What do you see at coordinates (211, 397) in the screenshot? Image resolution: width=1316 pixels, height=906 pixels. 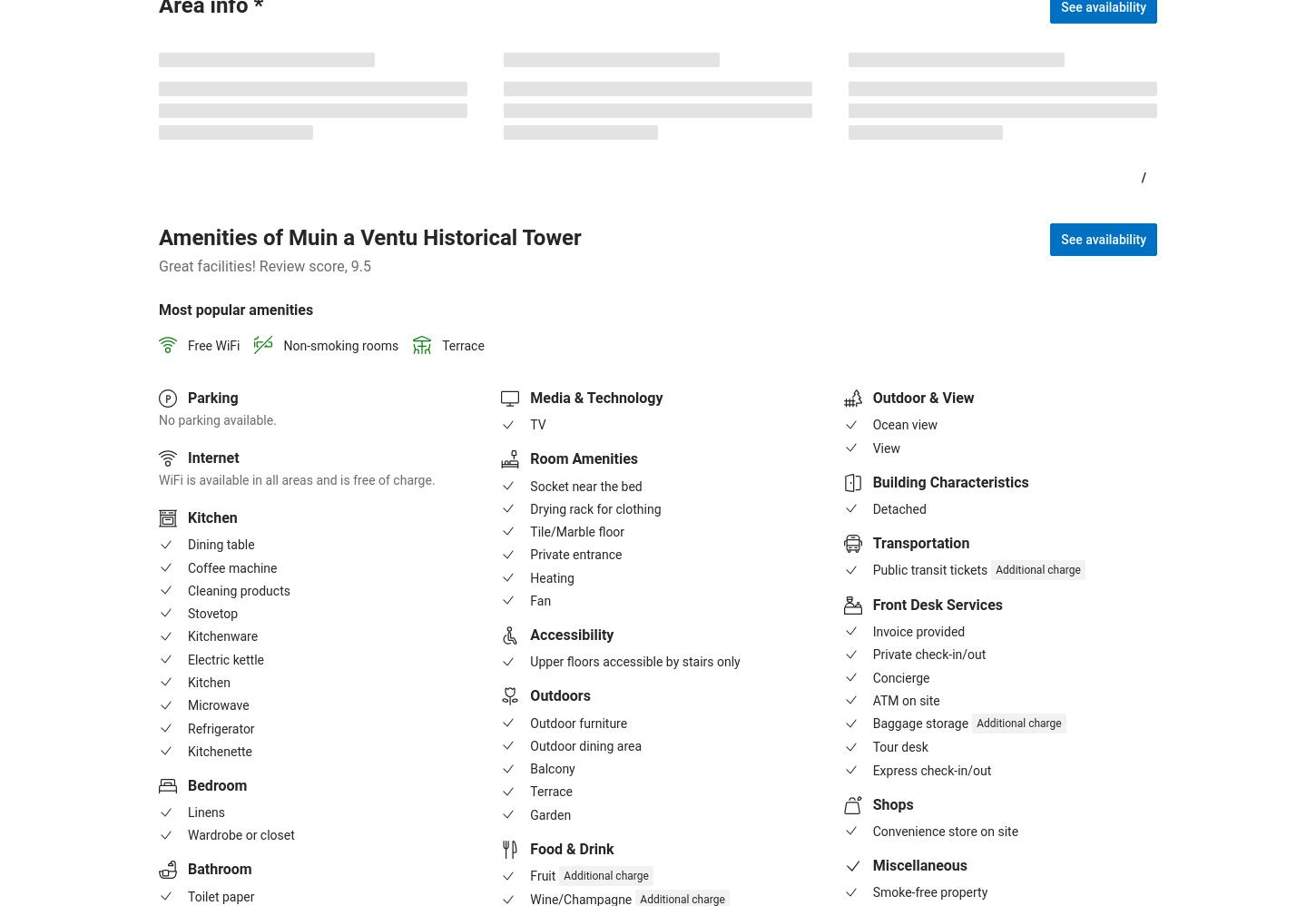 I see `'Parking'` at bounding box center [211, 397].